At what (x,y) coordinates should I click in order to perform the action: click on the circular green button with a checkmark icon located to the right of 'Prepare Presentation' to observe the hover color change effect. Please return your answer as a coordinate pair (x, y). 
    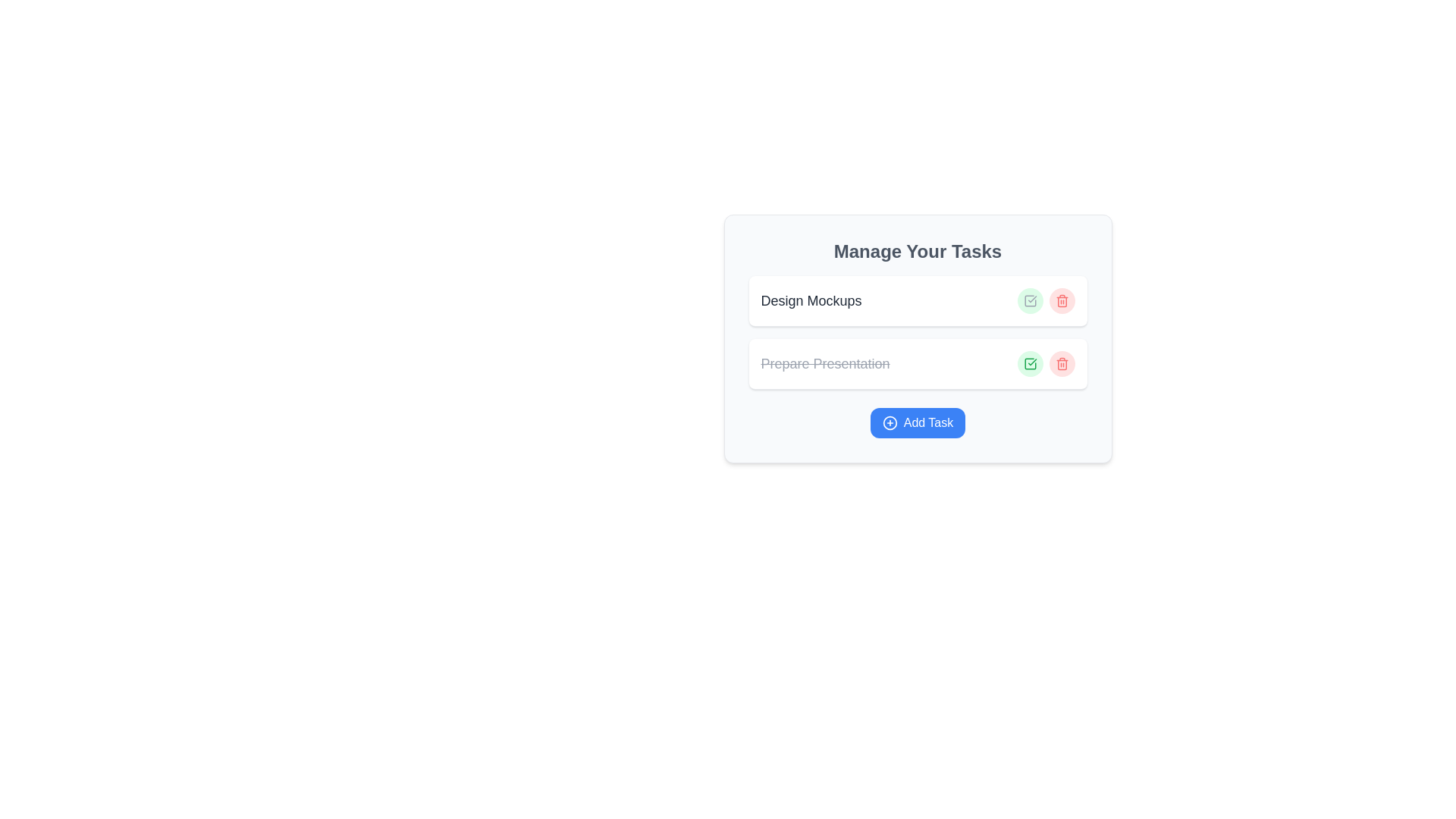
    Looking at the image, I should click on (1030, 363).